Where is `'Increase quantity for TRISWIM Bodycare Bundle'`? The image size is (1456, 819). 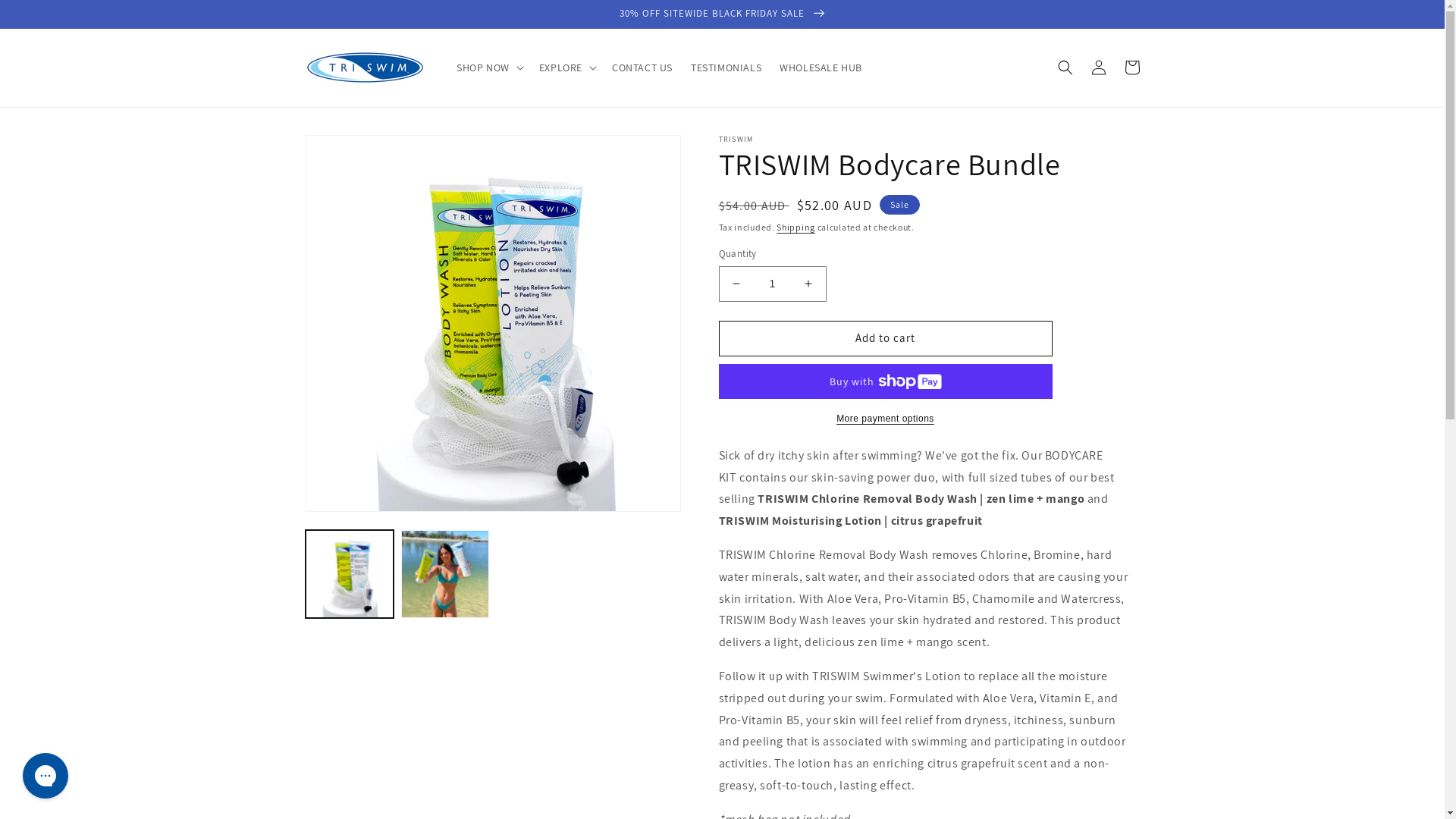 'Increase quantity for TRISWIM Bodycare Bundle' is located at coordinates (808, 284).